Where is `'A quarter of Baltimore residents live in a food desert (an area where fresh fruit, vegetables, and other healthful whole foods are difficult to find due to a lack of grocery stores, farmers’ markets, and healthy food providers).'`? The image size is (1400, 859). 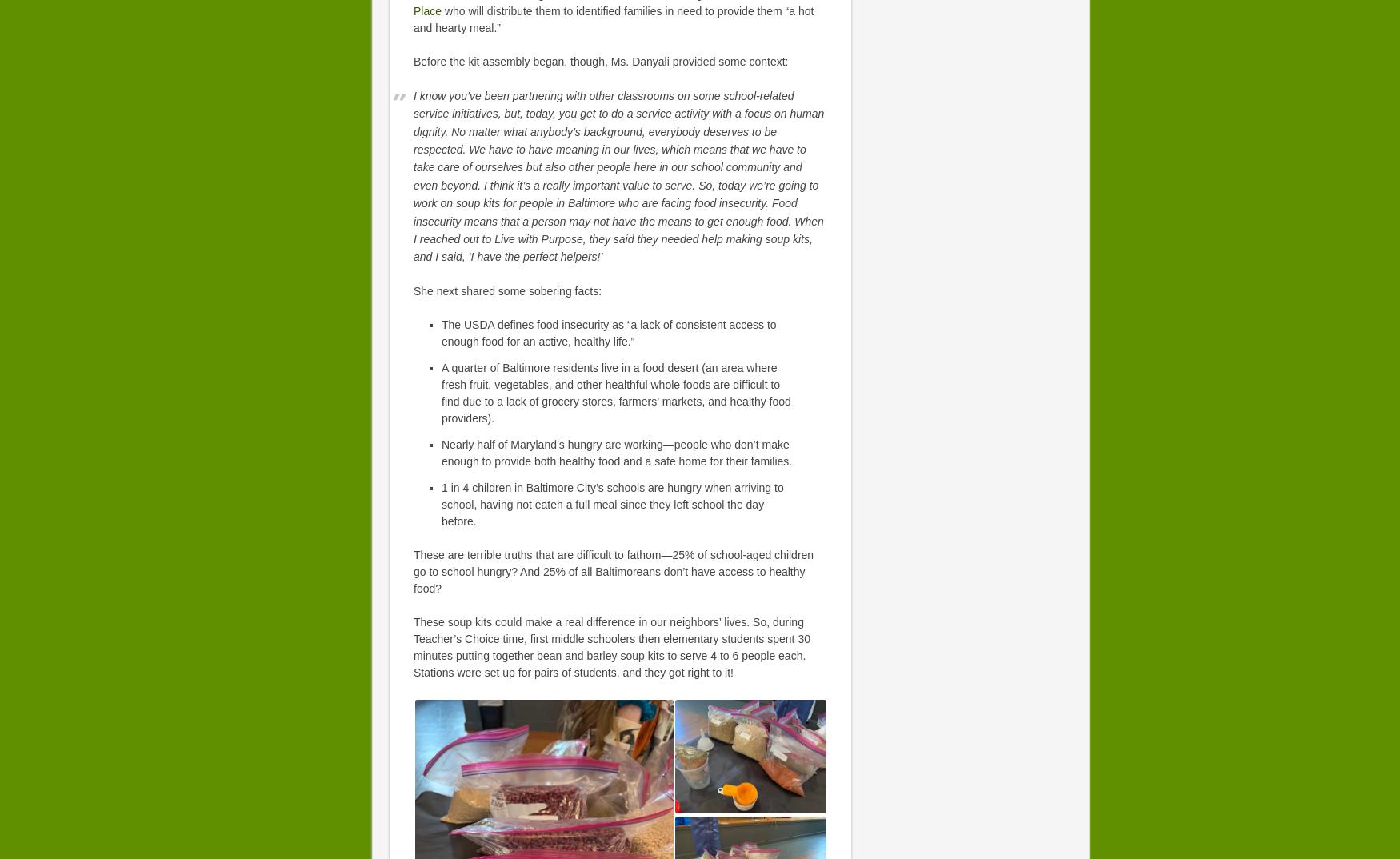 'A quarter of Baltimore residents live in a food desert (an area where fresh fruit, vegetables, and other healthful whole foods are difficult to find due to a lack of grocery stores, farmers’ markets, and healthy food providers).' is located at coordinates (615, 392).